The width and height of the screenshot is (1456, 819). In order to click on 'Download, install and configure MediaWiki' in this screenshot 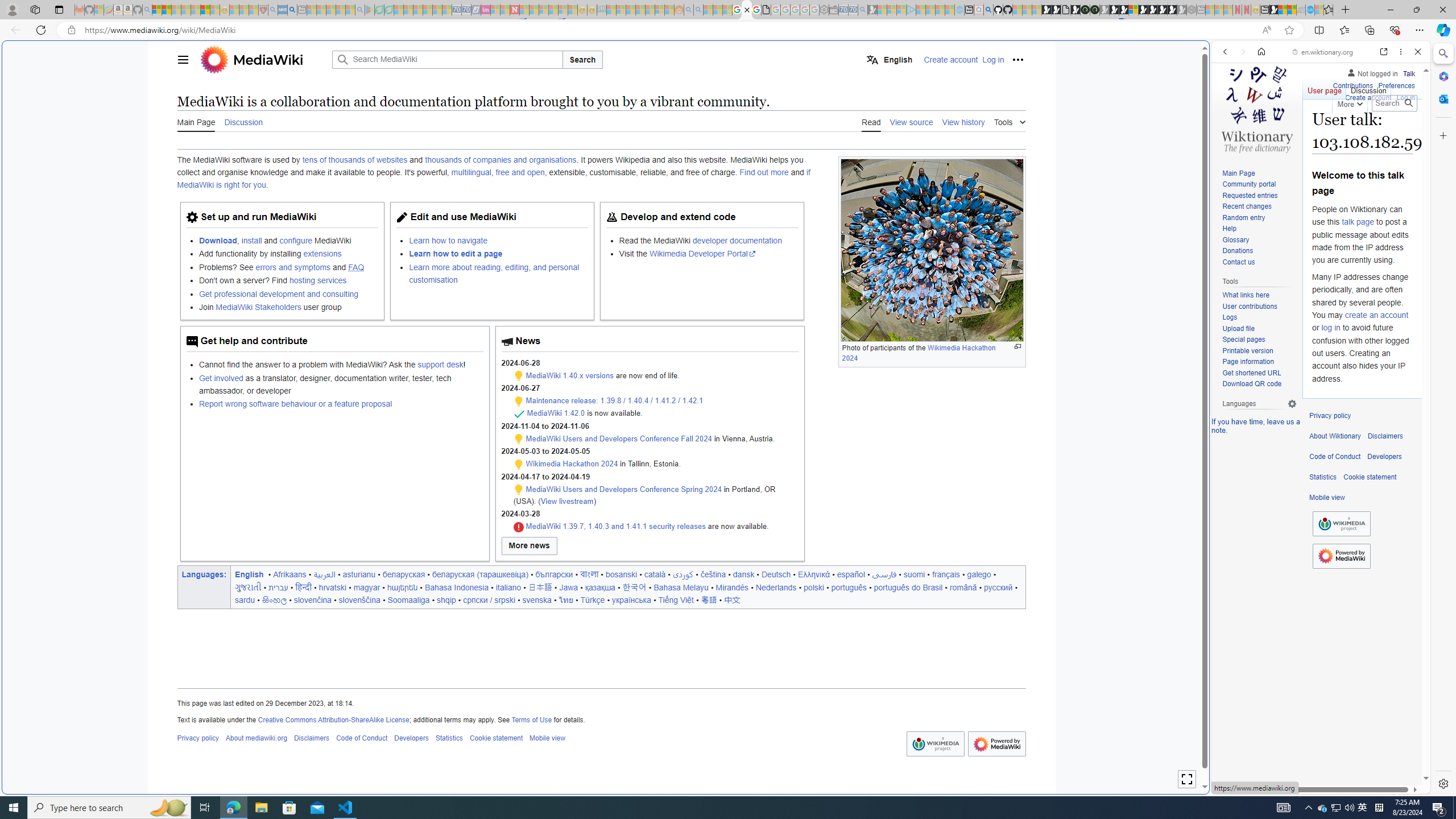, I will do `click(287, 239)`.